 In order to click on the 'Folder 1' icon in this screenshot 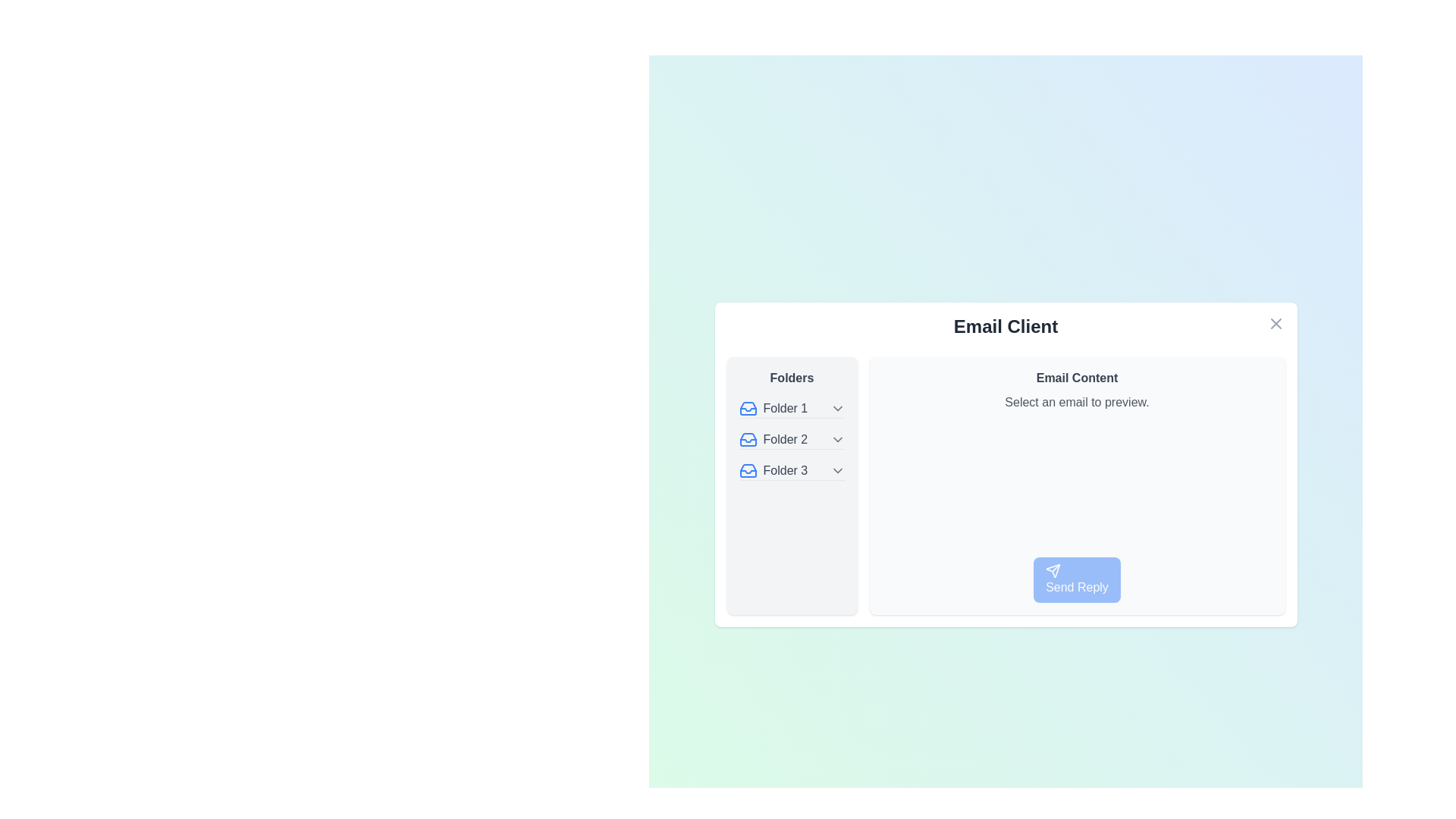, I will do `click(748, 408)`.